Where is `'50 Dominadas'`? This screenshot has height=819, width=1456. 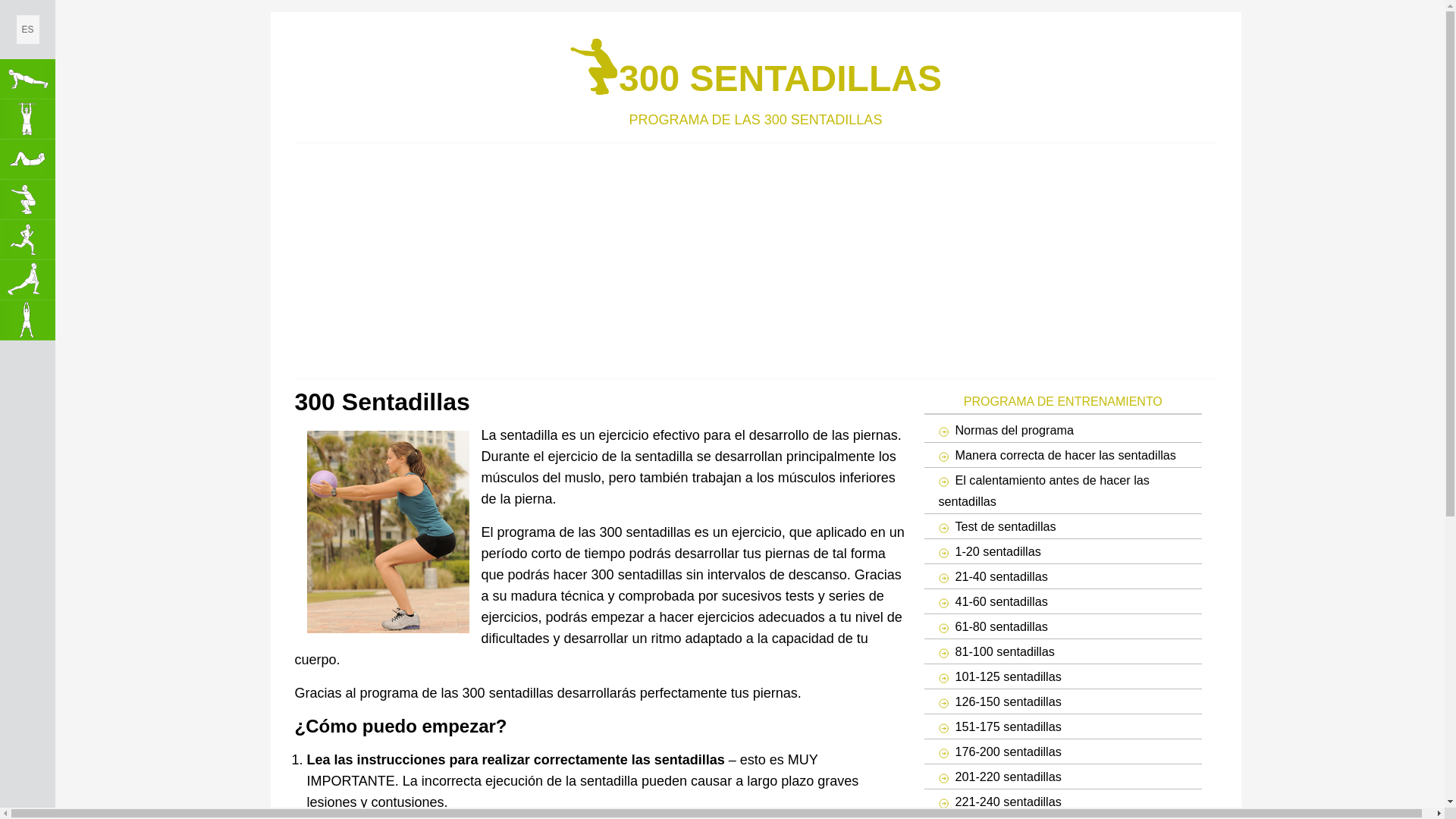 '50 Dominadas' is located at coordinates (0, 118).